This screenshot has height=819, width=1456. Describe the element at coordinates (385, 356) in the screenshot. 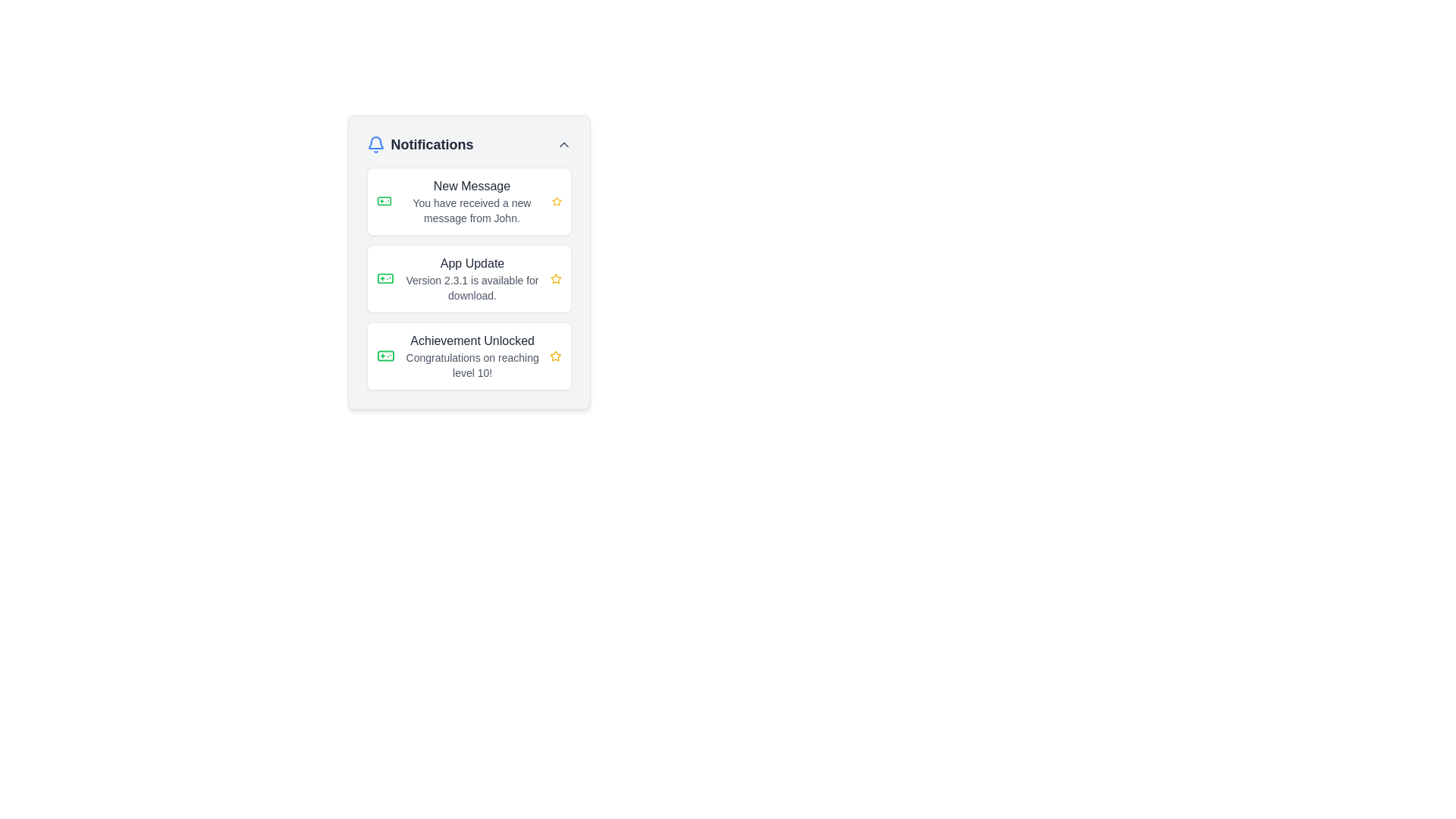

I see `the icon representing achievements in the 'Achievement Unlocked' notification entry, located to the left of the text content` at that location.